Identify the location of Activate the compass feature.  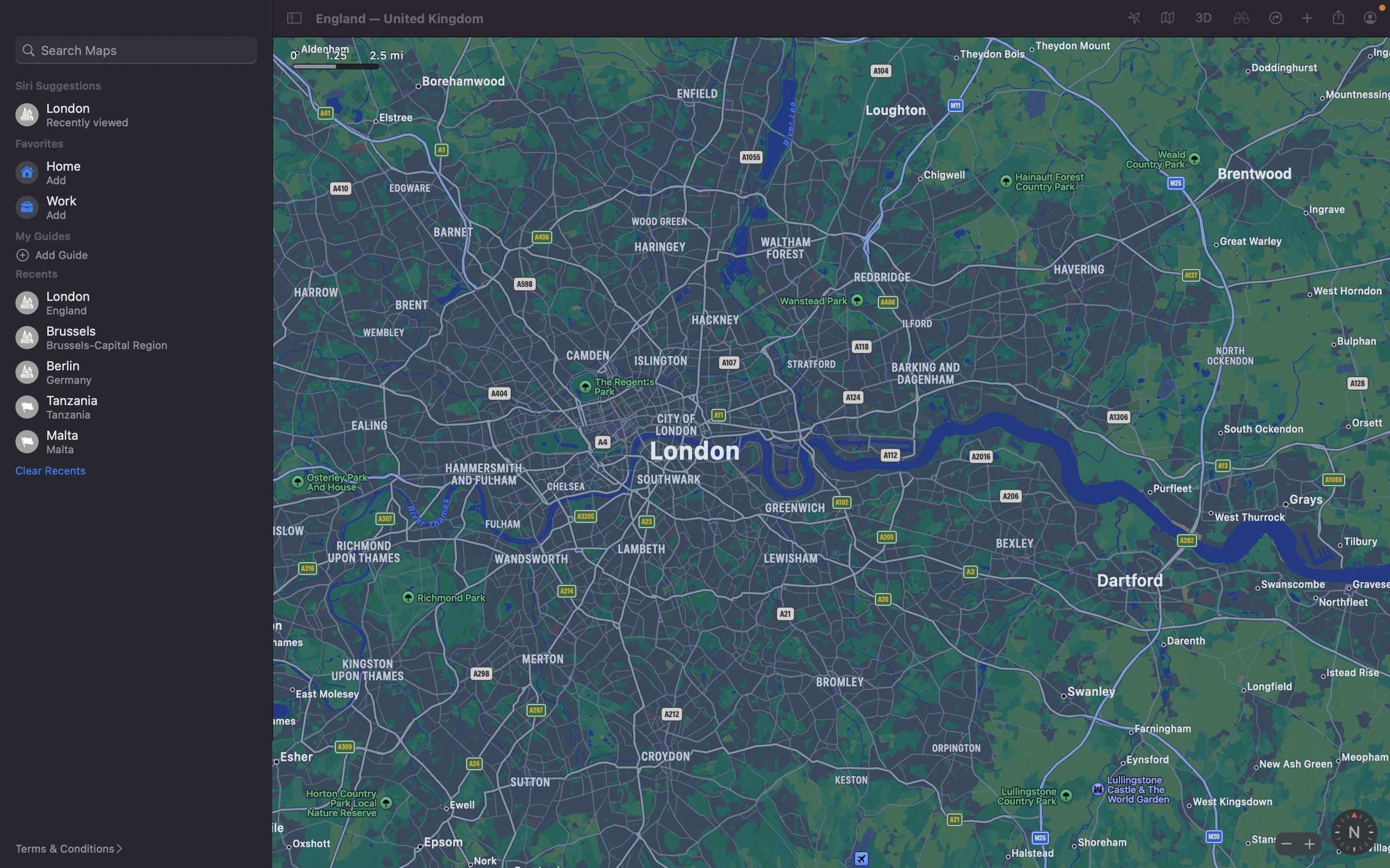
(1353, 832).